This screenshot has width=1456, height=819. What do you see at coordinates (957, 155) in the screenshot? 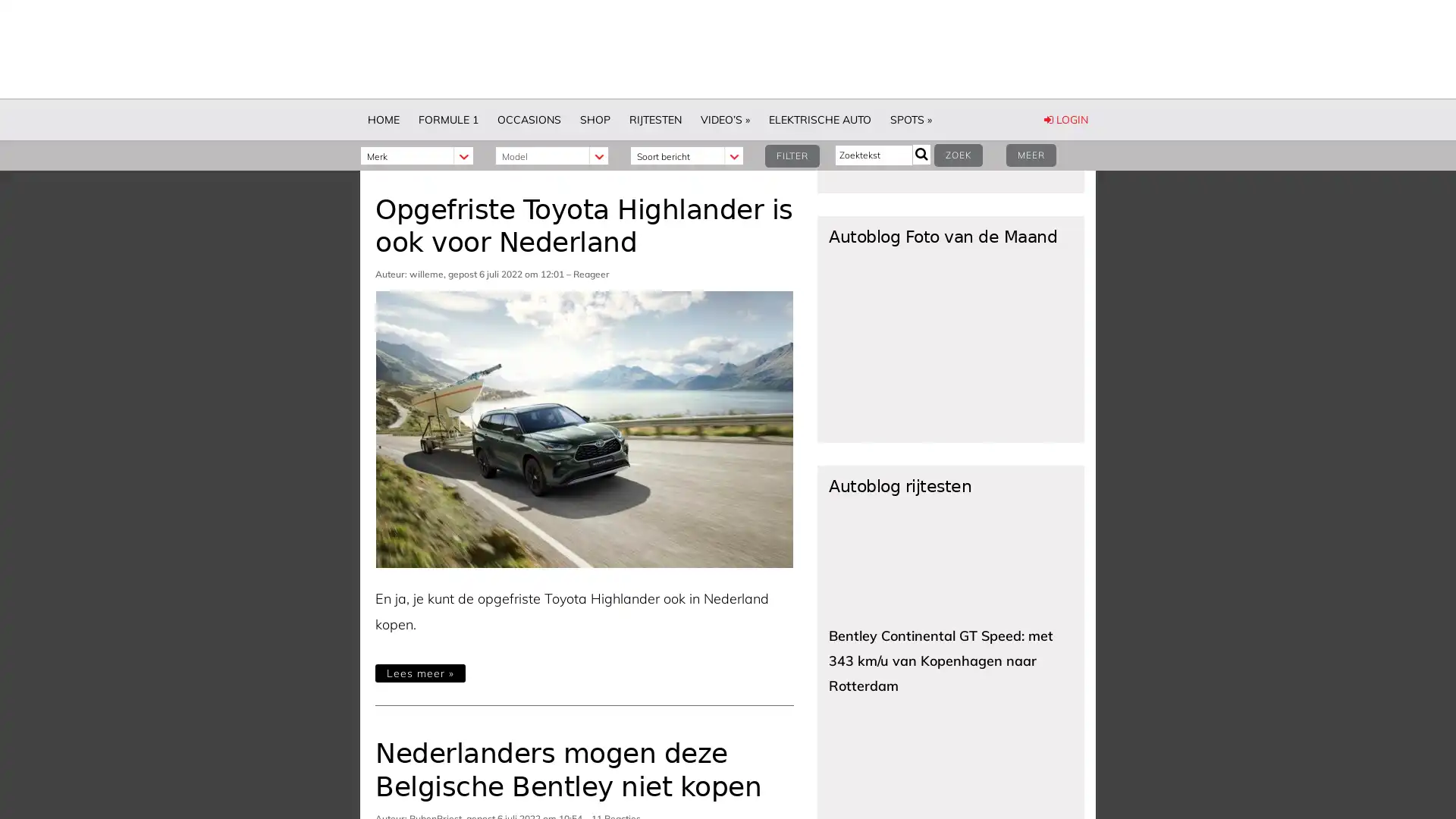
I see `ZOEK` at bounding box center [957, 155].